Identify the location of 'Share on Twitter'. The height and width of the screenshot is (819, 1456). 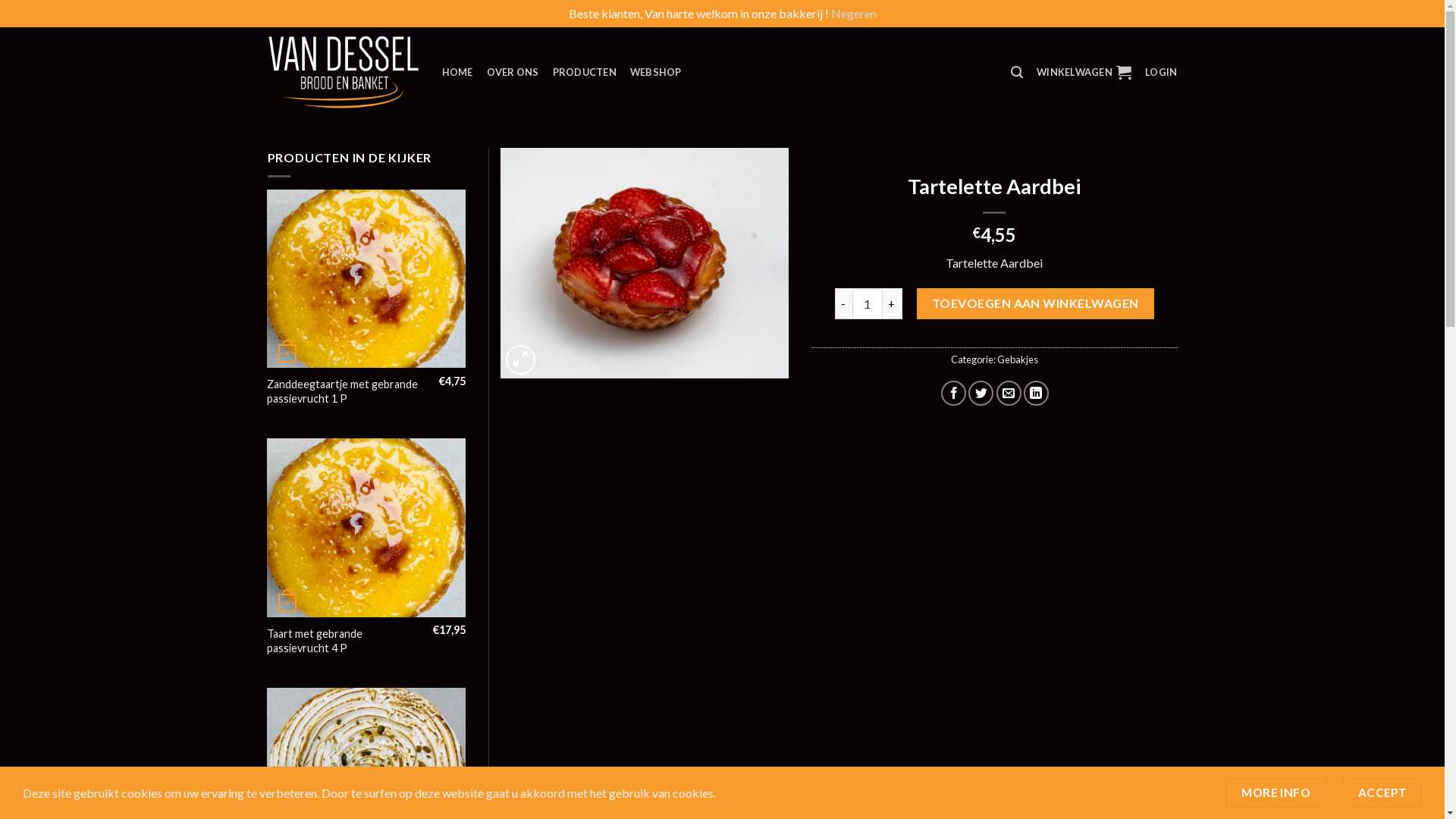
(981, 392).